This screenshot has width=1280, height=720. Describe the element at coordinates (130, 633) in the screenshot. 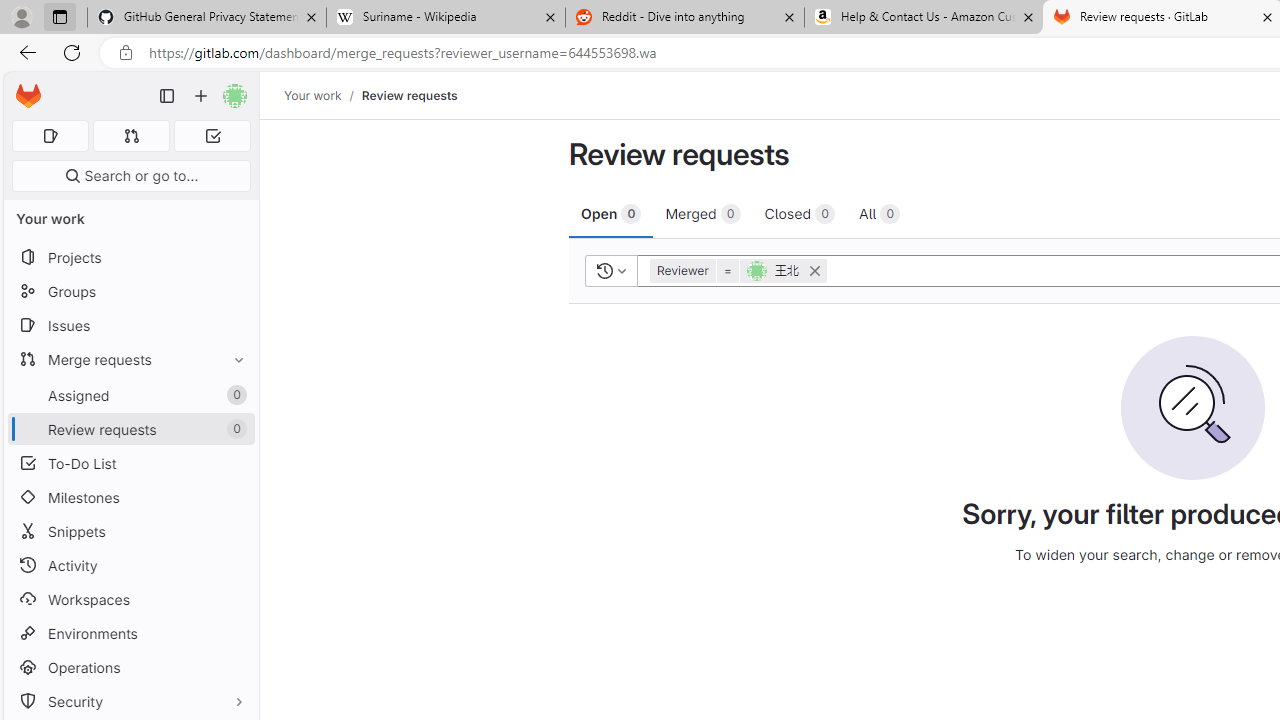

I see `'Environments'` at that location.